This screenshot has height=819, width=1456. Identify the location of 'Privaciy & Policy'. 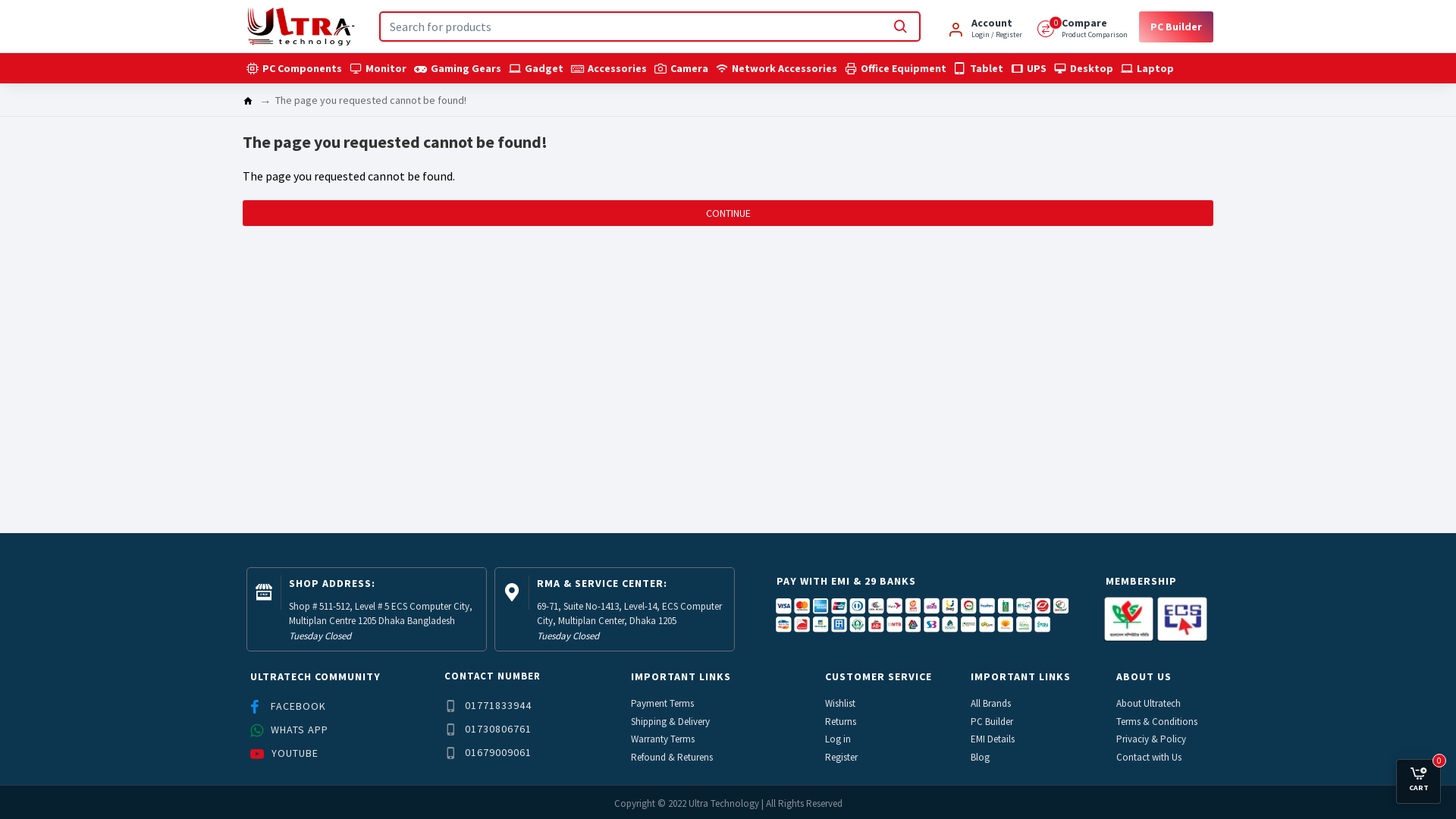
(1151, 739).